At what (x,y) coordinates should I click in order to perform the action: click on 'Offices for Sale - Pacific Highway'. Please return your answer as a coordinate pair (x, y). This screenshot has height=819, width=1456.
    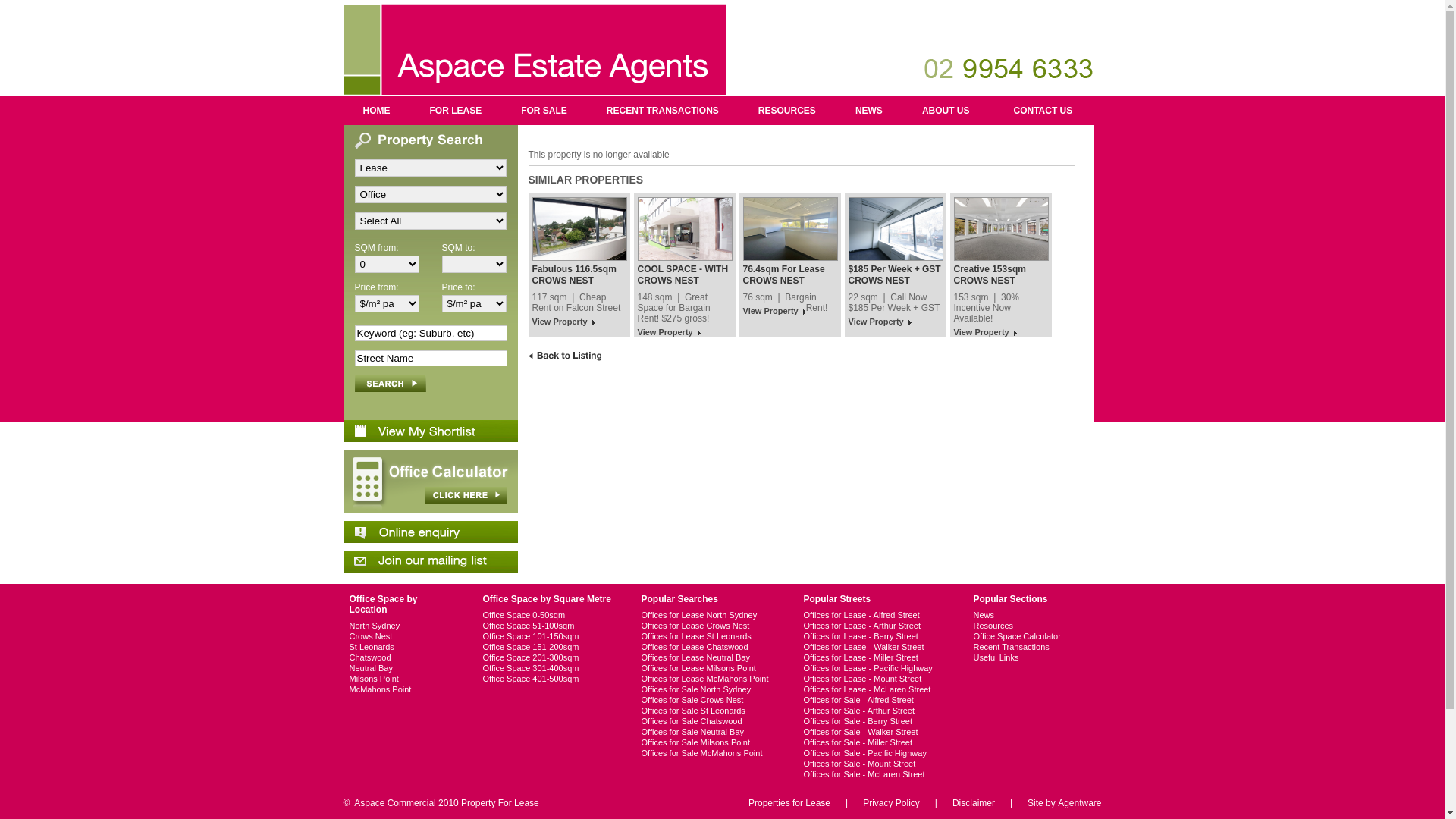
    Looking at the image, I should click on (876, 752).